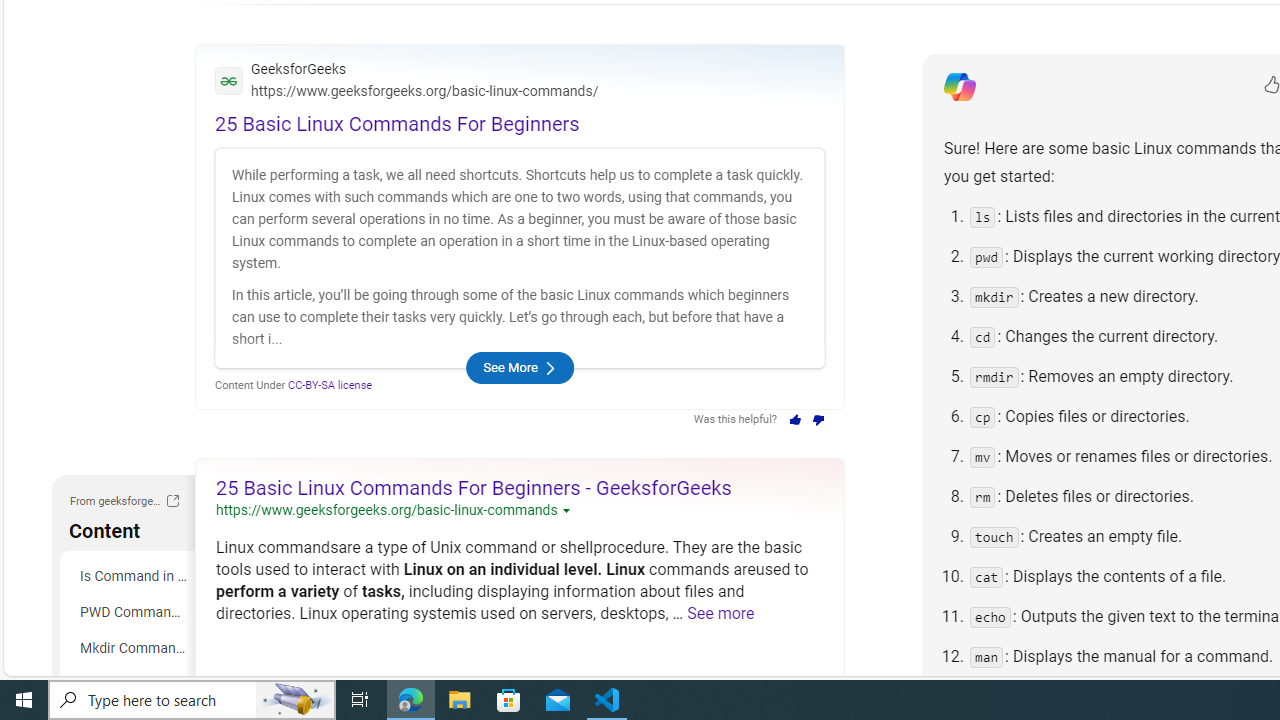  I want to click on 'From geeksforgeeks.org', so click(172, 500).